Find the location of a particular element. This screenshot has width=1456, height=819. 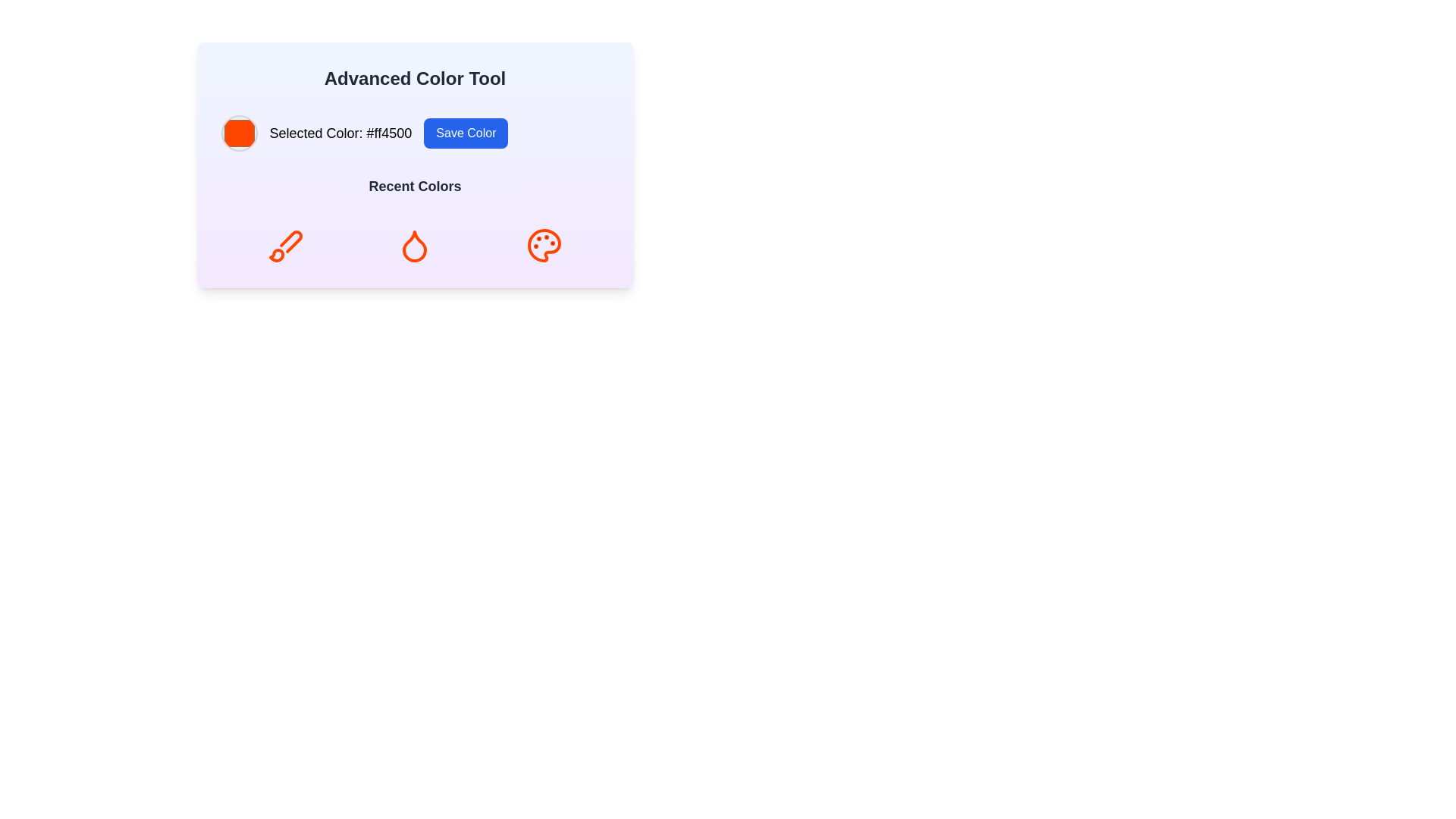

the middle droplet icon with orange strokes located at the bottom center of the 'Advanced Color Tool' card interface is located at coordinates (415, 245).